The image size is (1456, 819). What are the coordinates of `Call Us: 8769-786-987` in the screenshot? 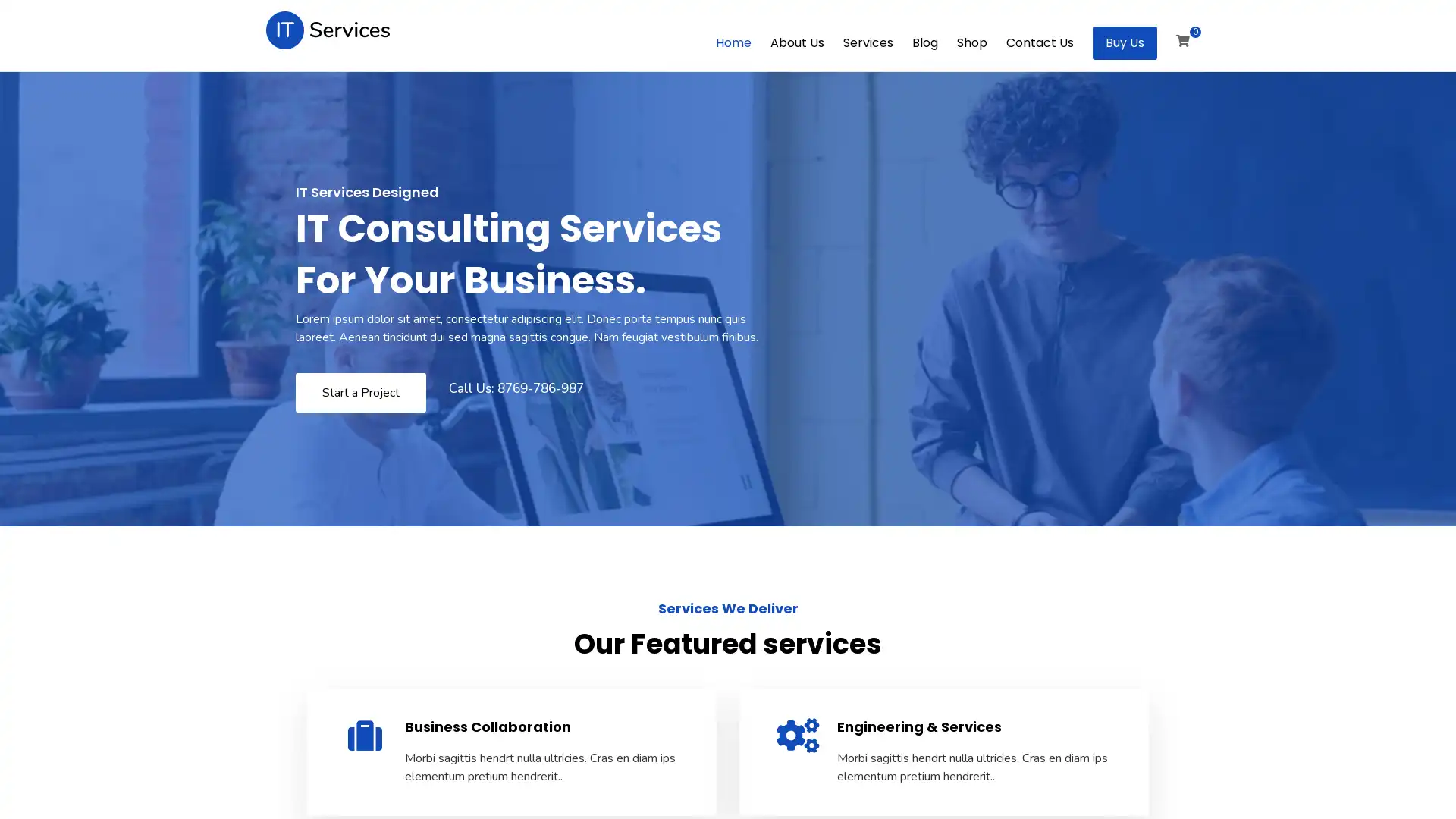 It's located at (516, 388).